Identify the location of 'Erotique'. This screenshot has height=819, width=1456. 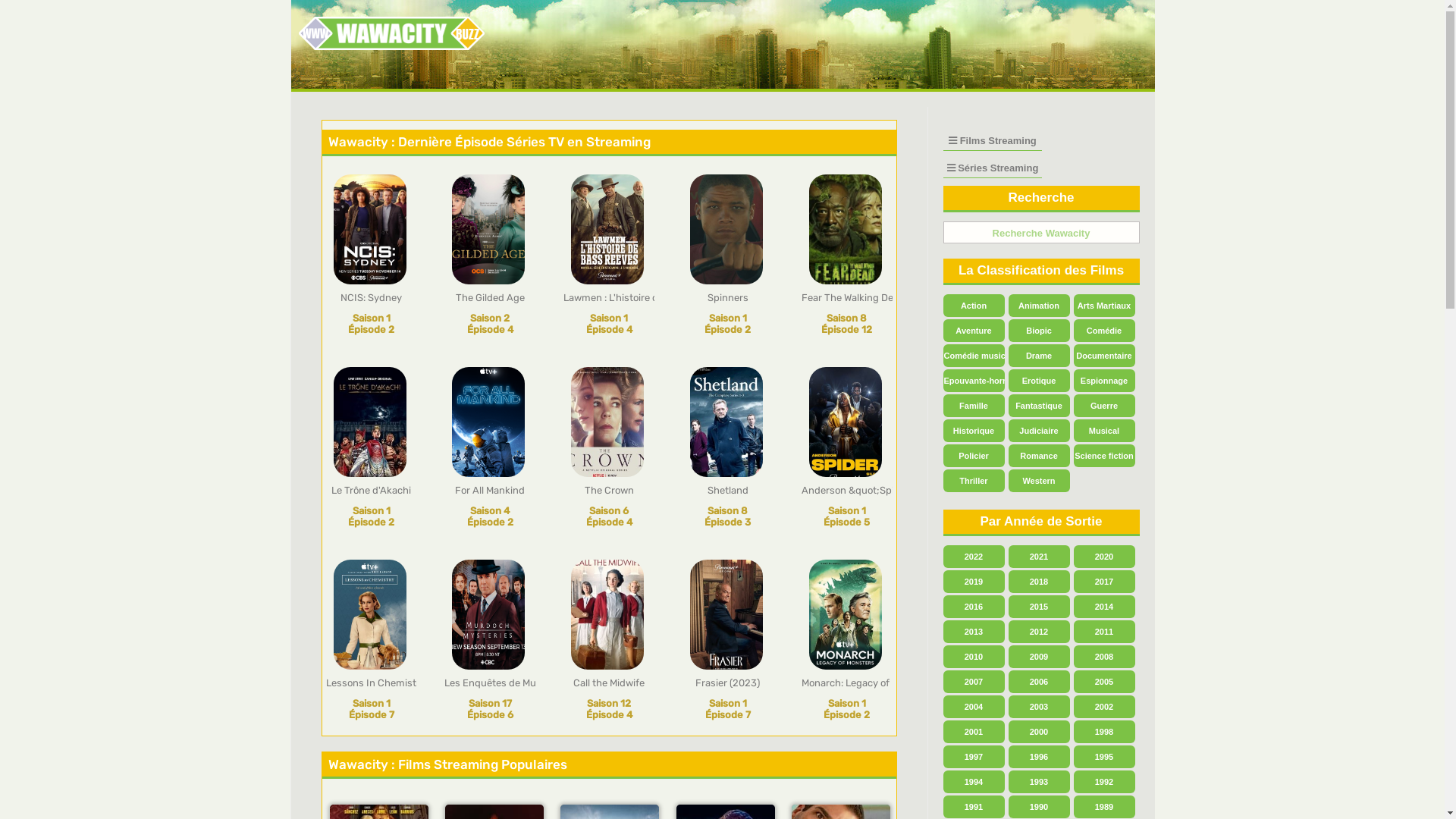
(1038, 379).